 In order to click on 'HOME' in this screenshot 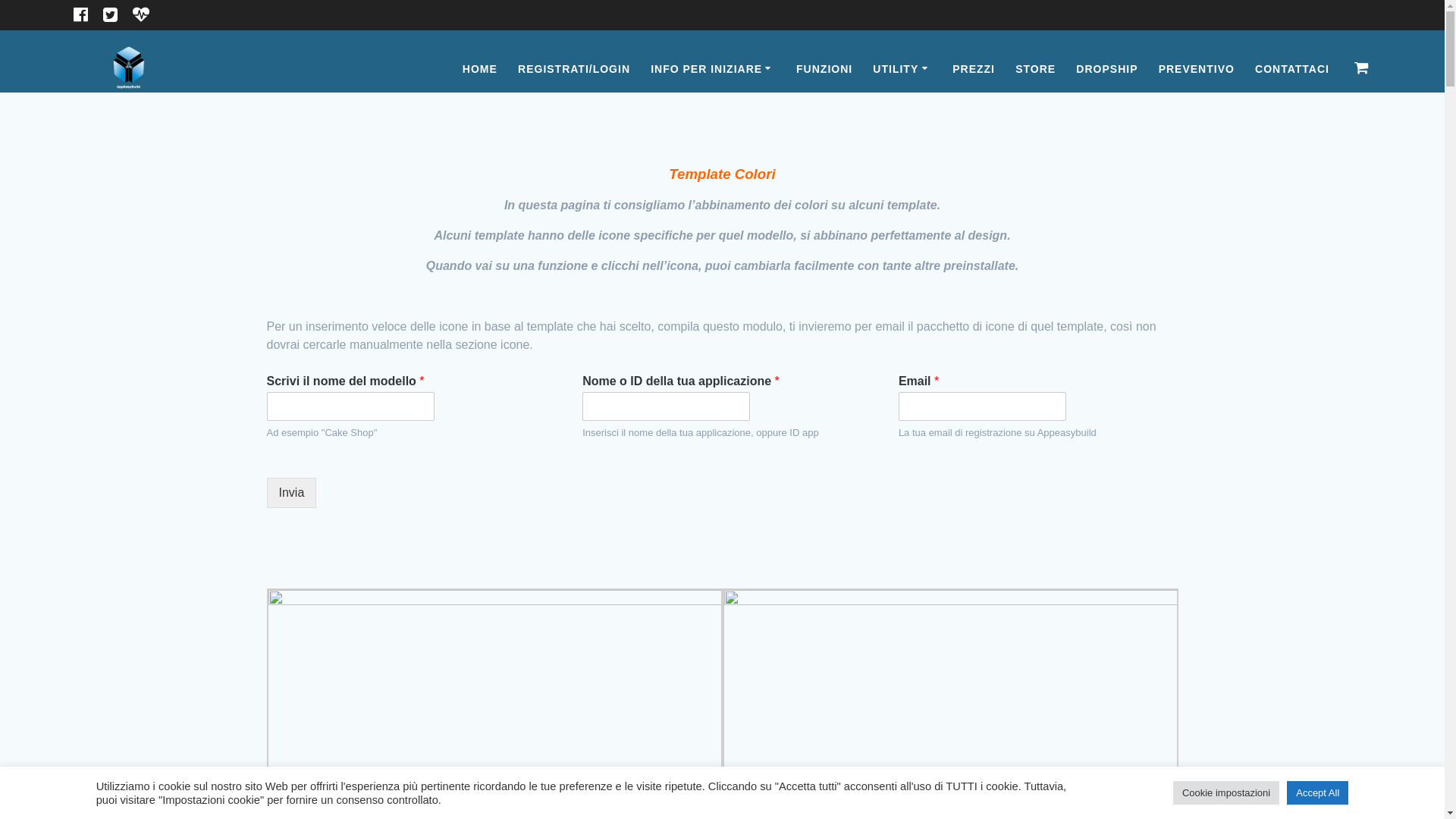, I will do `click(479, 69)`.